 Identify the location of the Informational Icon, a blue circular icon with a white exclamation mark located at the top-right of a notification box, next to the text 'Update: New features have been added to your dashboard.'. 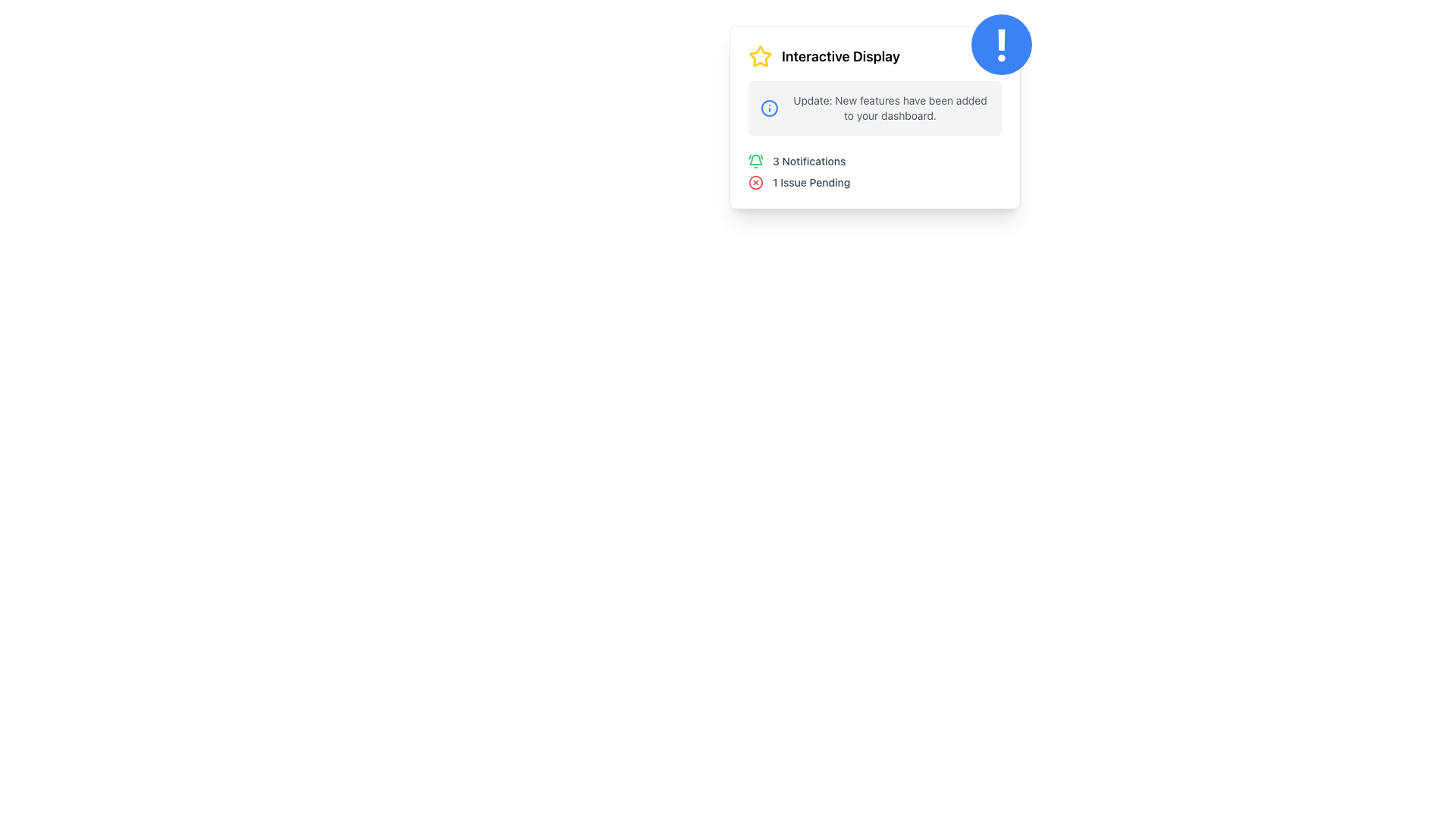
(769, 107).